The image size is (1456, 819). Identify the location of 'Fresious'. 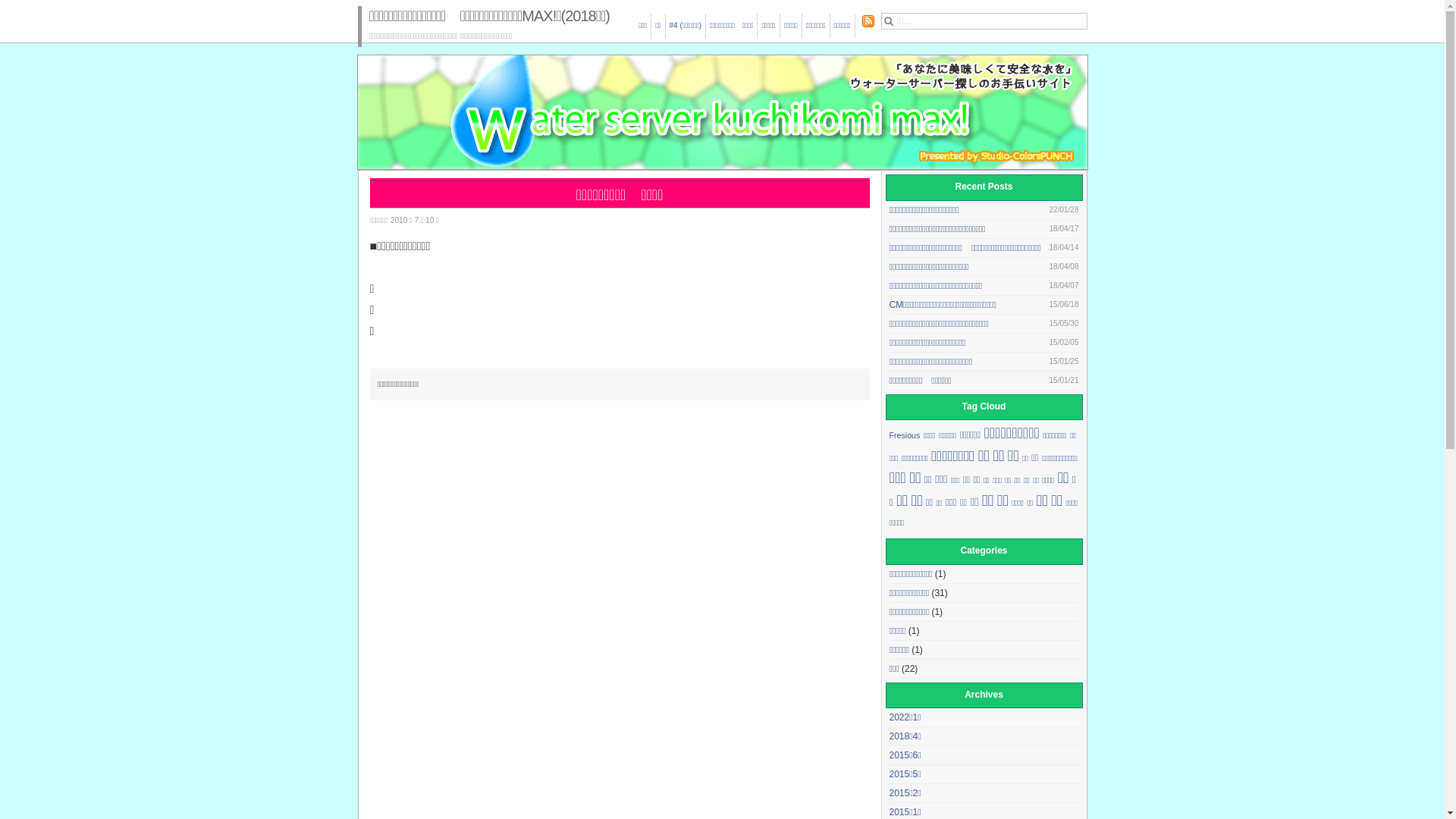
(904, 435).